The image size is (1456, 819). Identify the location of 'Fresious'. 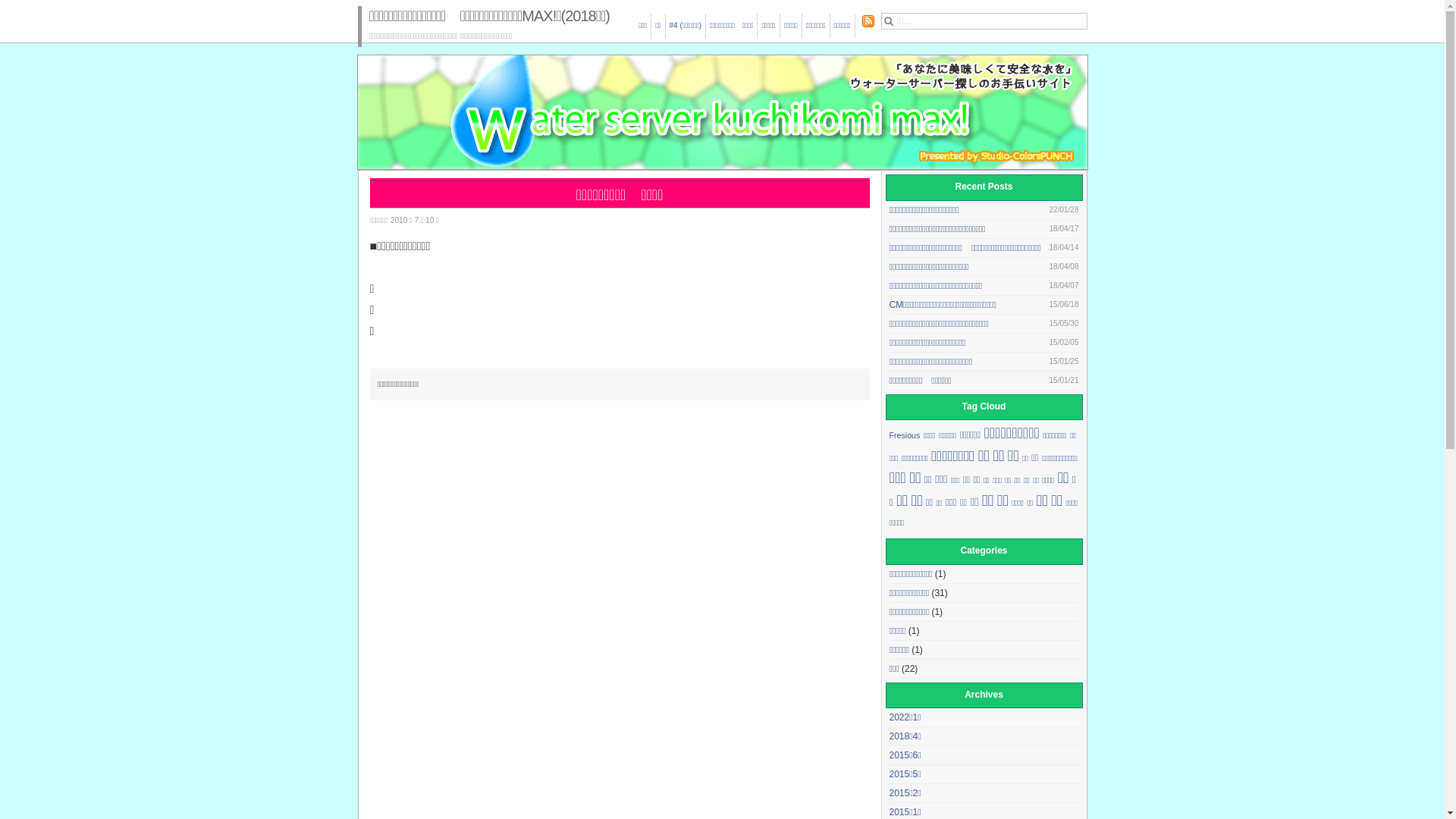
(904, 435).